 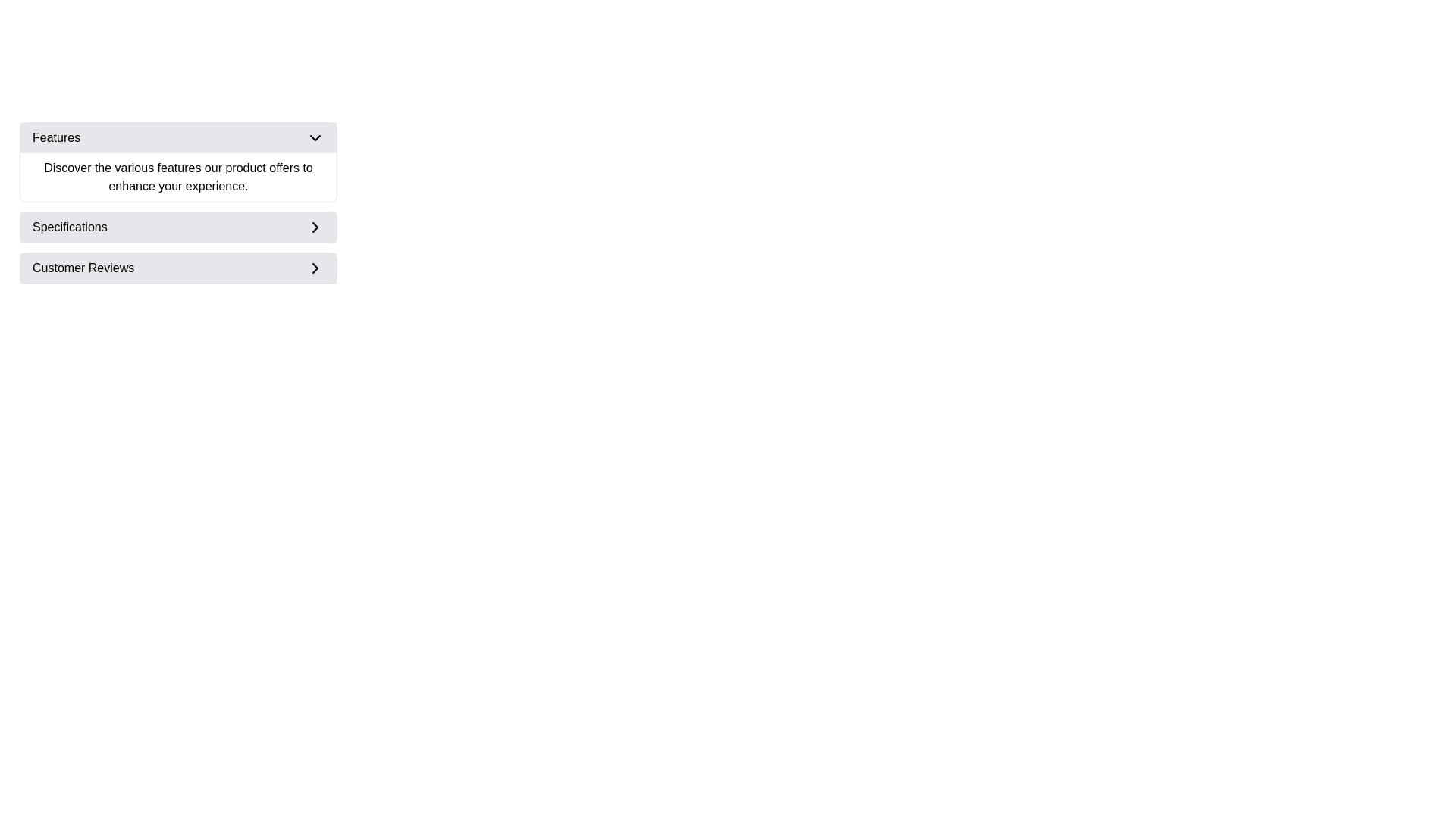 What do you see at coordinates (315, 137) in the screenshot?
I see `the chevron icon located at the far right of the 'Features' button` at bounding box center [315, 137].